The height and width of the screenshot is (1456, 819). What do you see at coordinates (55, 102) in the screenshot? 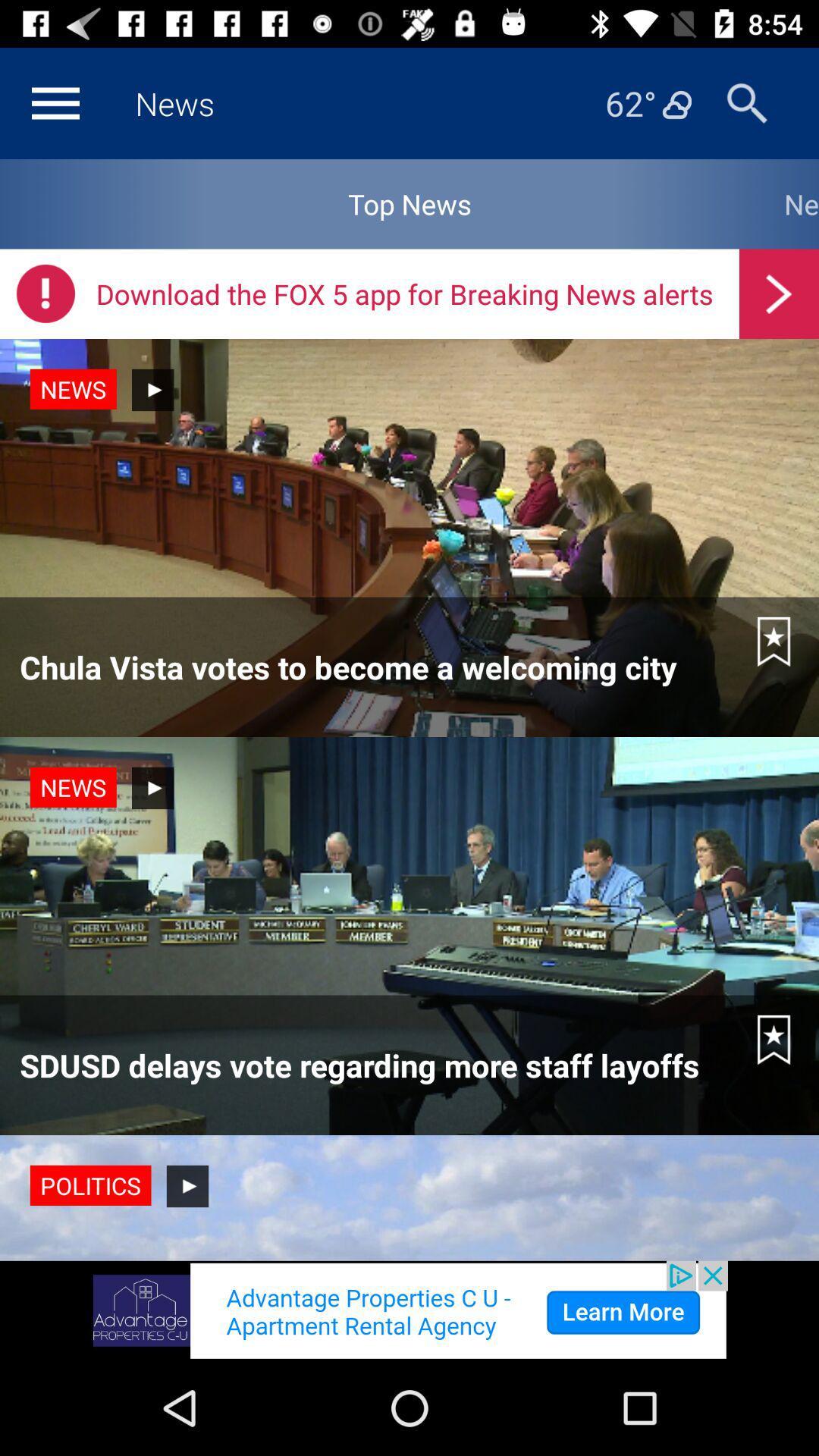
I see `open the menu` at bounding box center [55, 102].